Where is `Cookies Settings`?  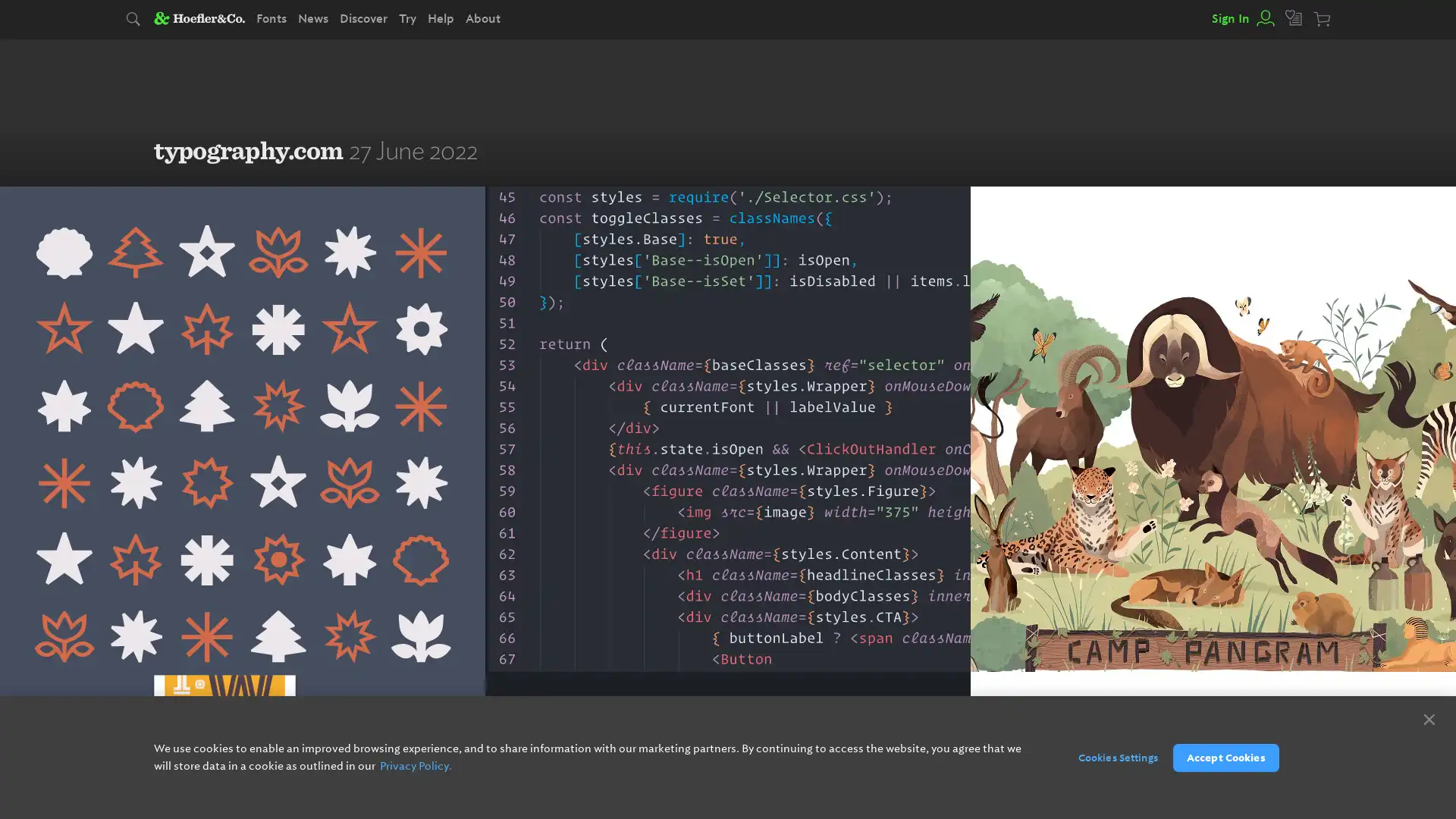
Cookies Settings is located at coordinates (1109, 757).